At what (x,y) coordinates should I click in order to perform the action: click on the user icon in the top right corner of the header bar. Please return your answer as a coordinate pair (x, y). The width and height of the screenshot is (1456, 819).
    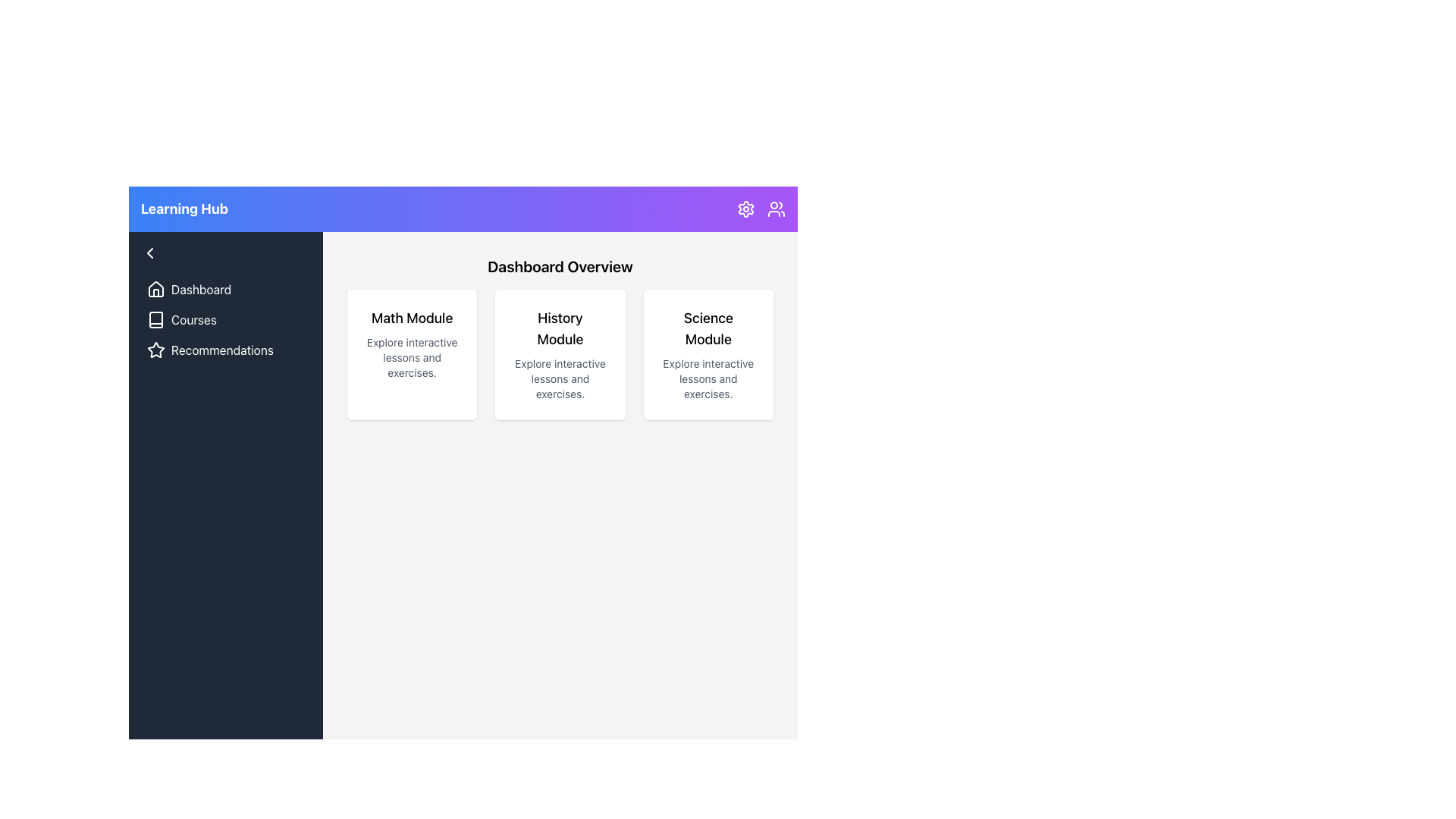
    Looking at the image, I should click on (761, 209).